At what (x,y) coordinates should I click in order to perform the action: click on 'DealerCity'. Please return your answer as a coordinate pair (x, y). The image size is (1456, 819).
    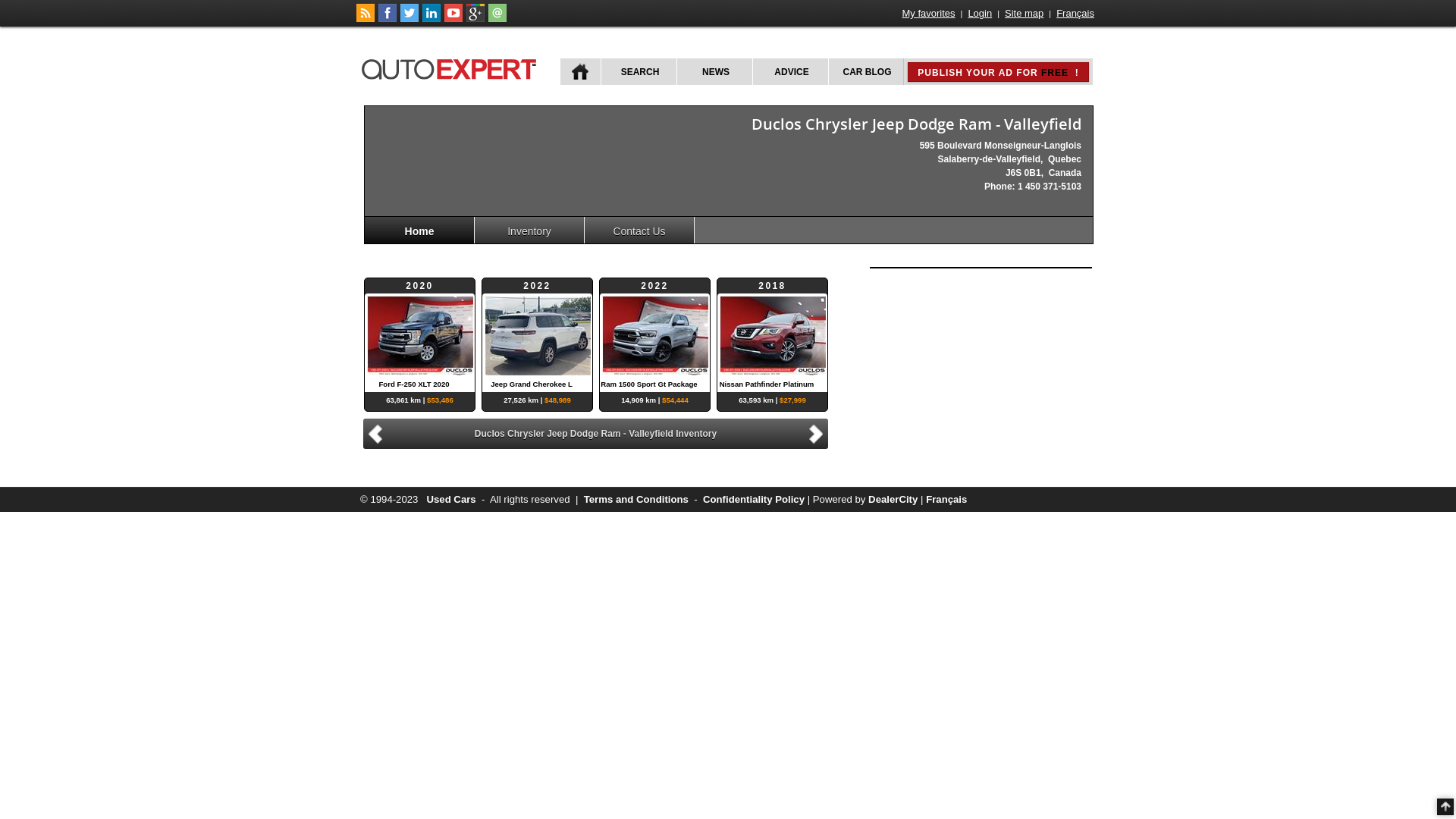
    Looking at the image, I should click on (893, 499).